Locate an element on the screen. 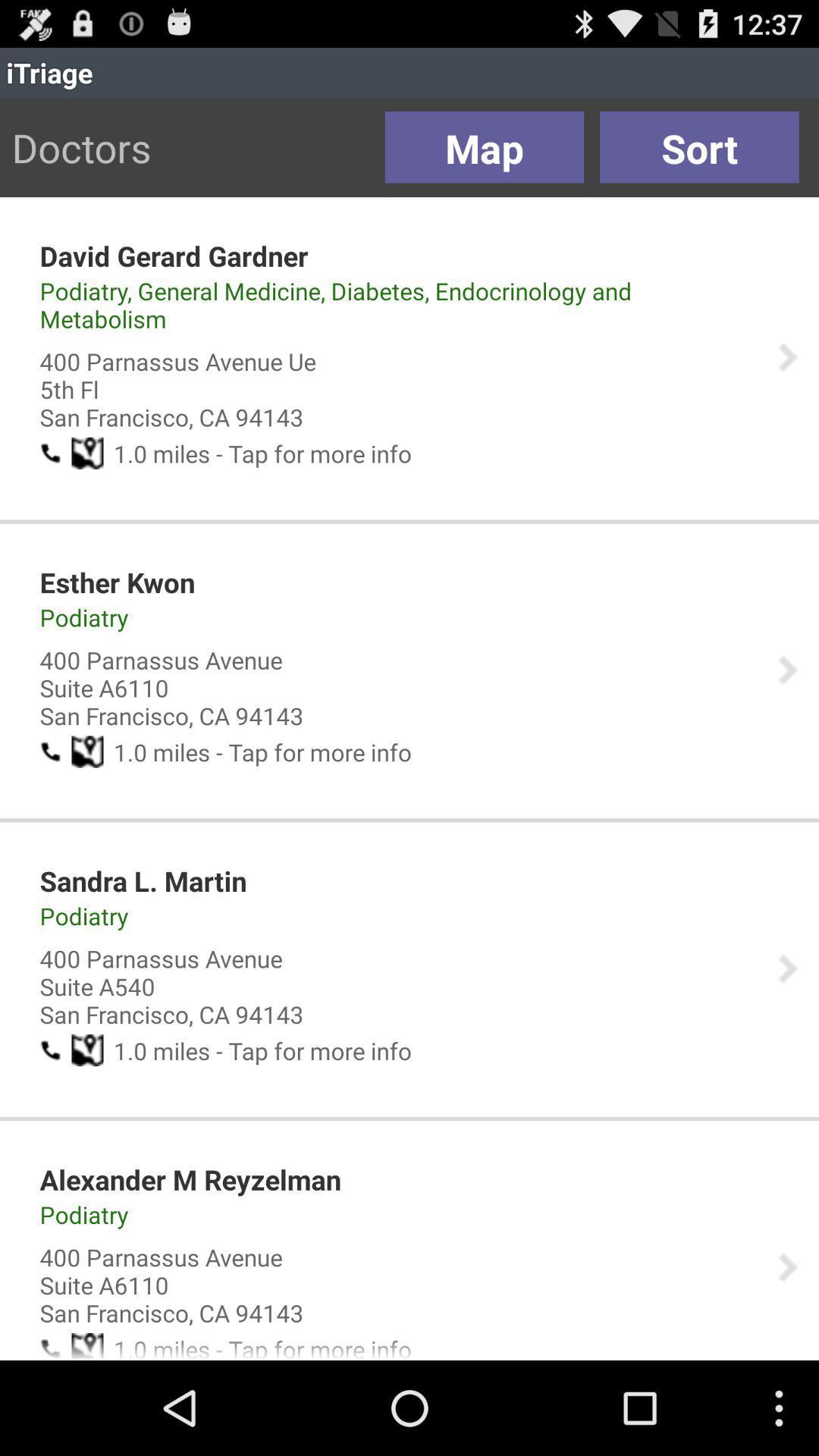 Image resolution: width=819 pixels, height=1456 pixels. the esther kwon is located at coordinates (116, 582).